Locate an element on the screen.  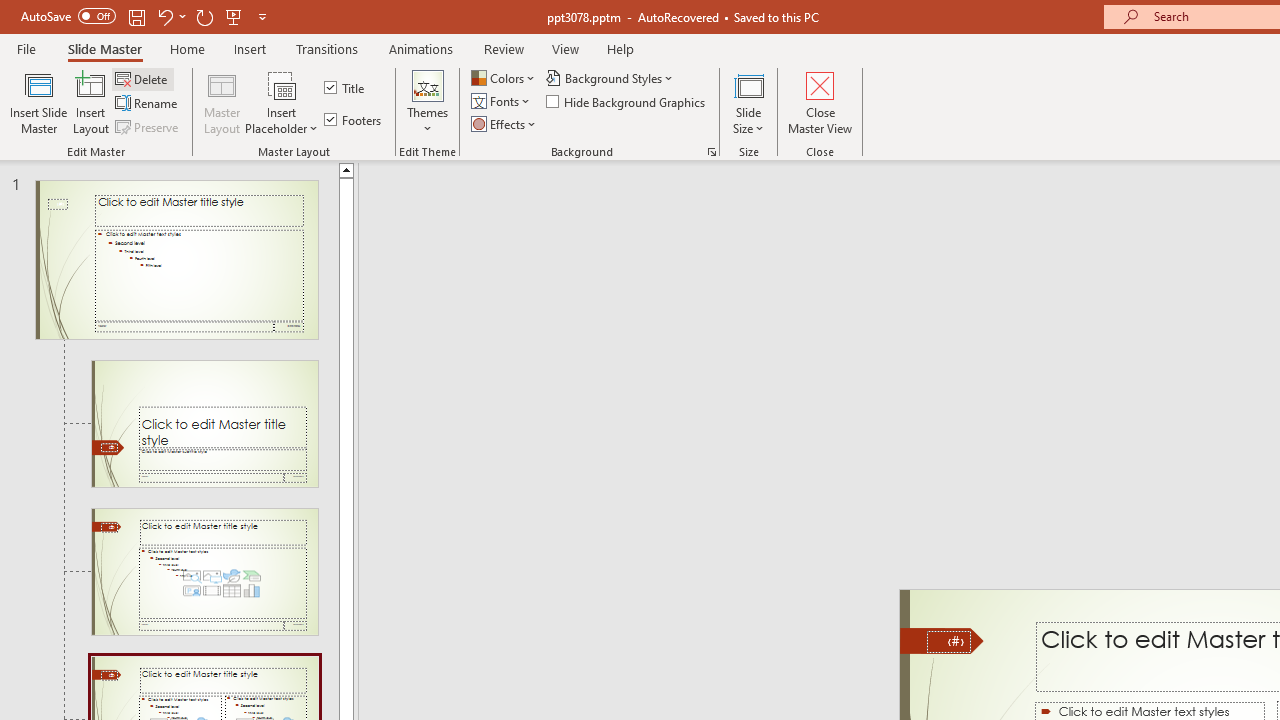
'Format Background...' is located at coordinates (711, 150).